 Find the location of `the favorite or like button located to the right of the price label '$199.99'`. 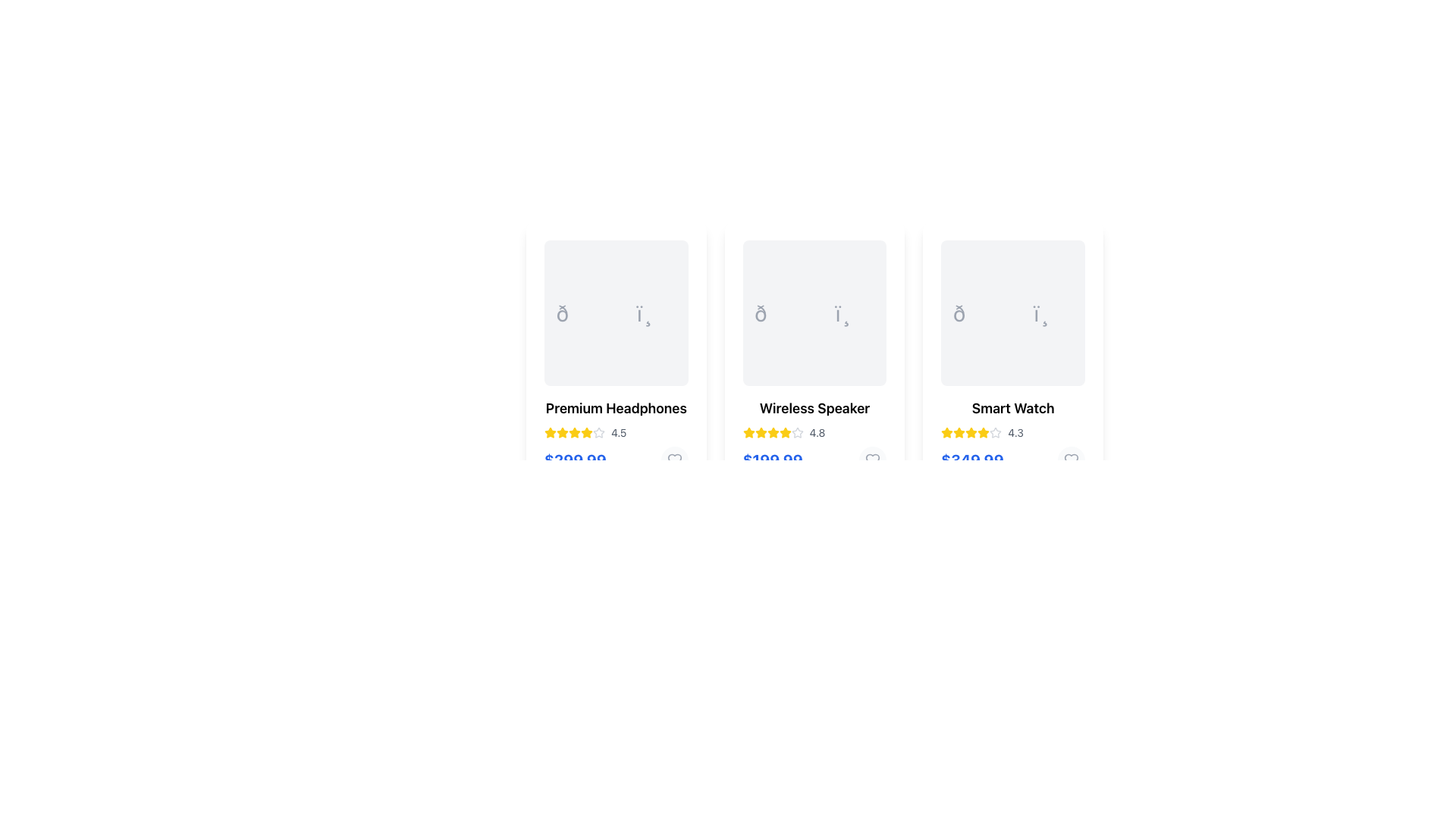

the favorite or like button located to the right of the price label '$199.99' is located at coordinates (873, 459).